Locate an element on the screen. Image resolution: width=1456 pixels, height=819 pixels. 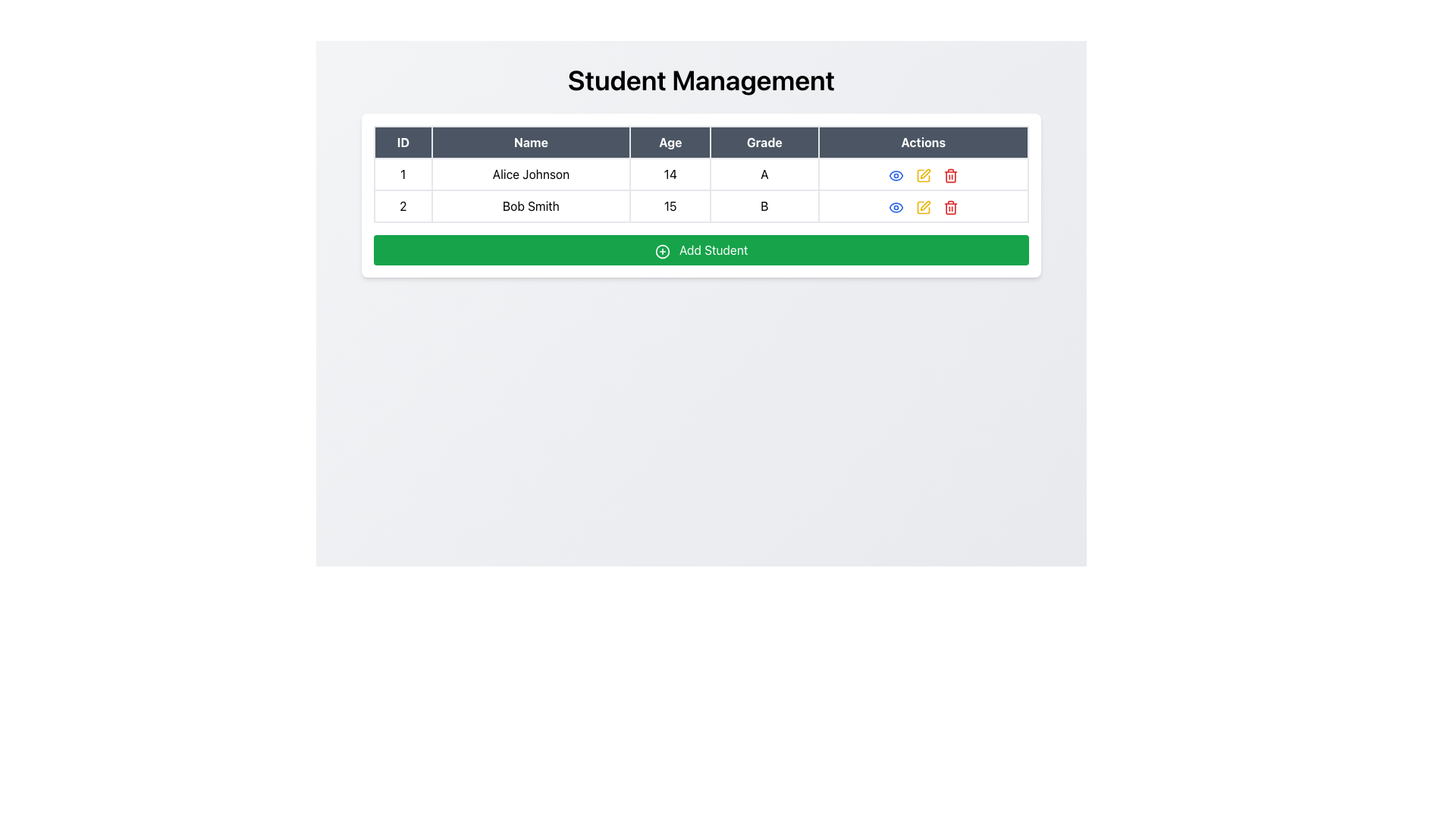
the green button labeled 'Add Student', which contains a circular icon with a plus sign in the center is located at coordinates (662, 250).